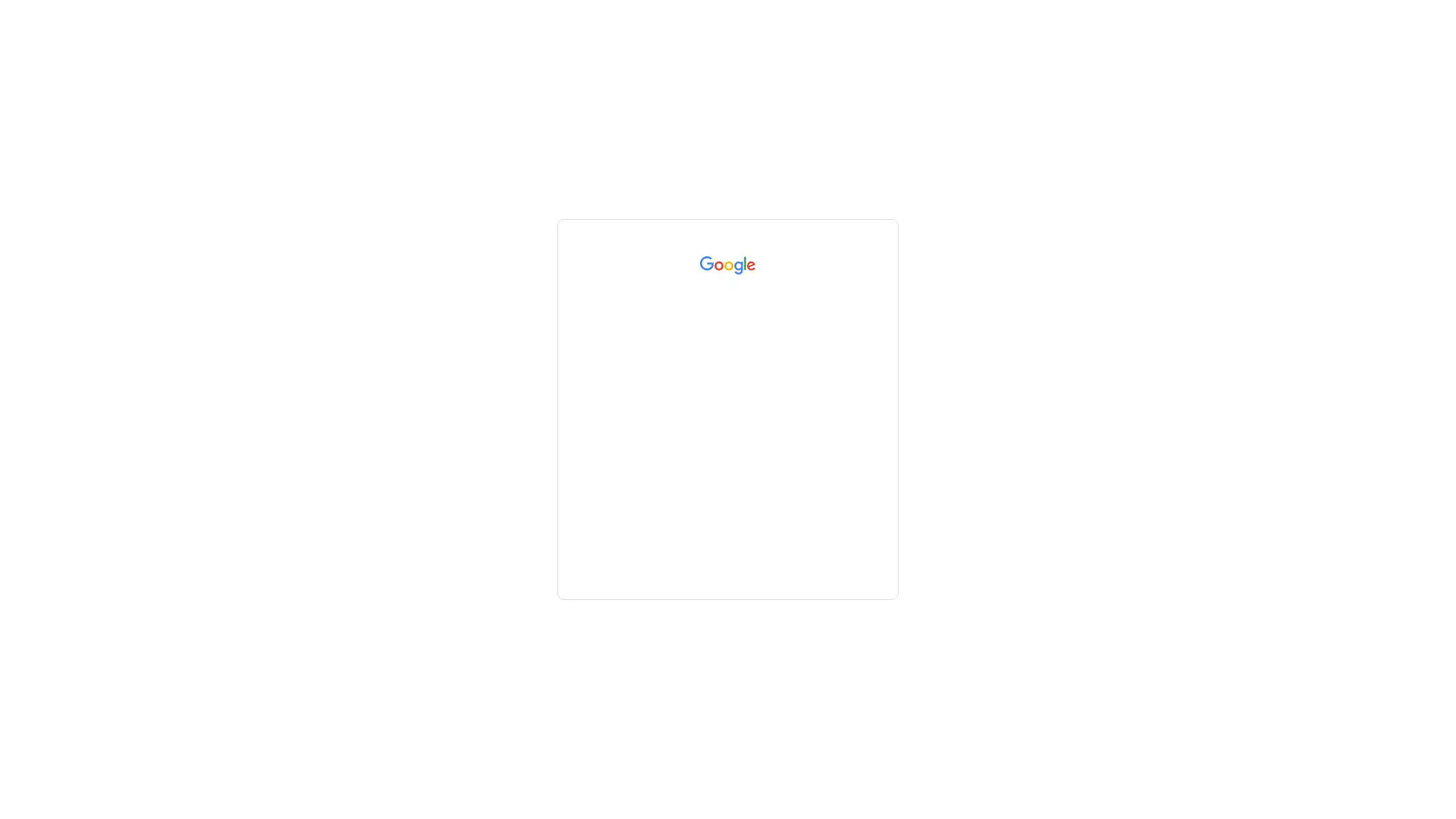 This screenshot has height=819, width=1456. I want to click on Forgot email?, so click(623, 415).